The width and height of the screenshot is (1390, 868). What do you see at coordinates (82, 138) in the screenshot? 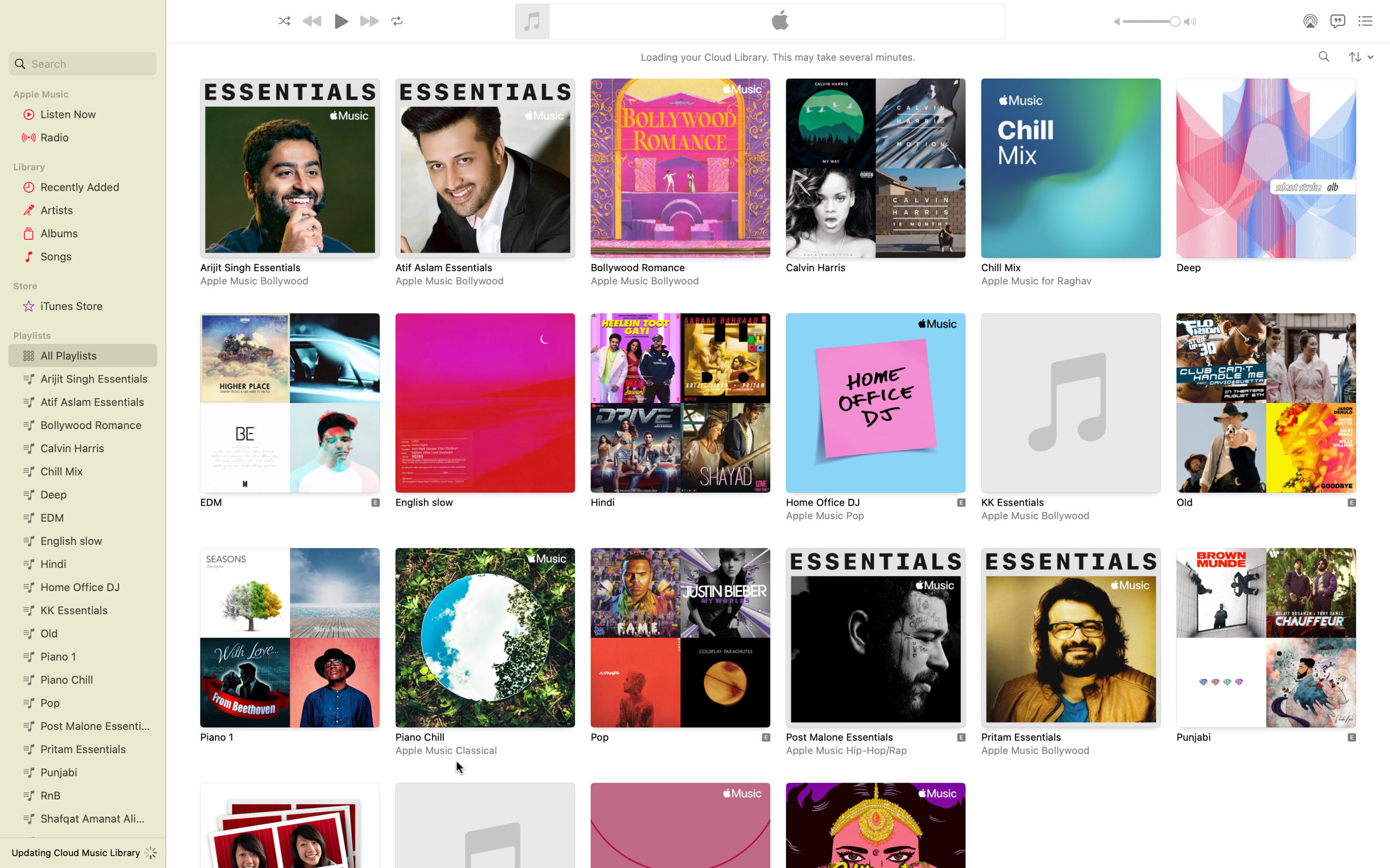
I see `Play music on the radio` at bounding box center [82, 138].